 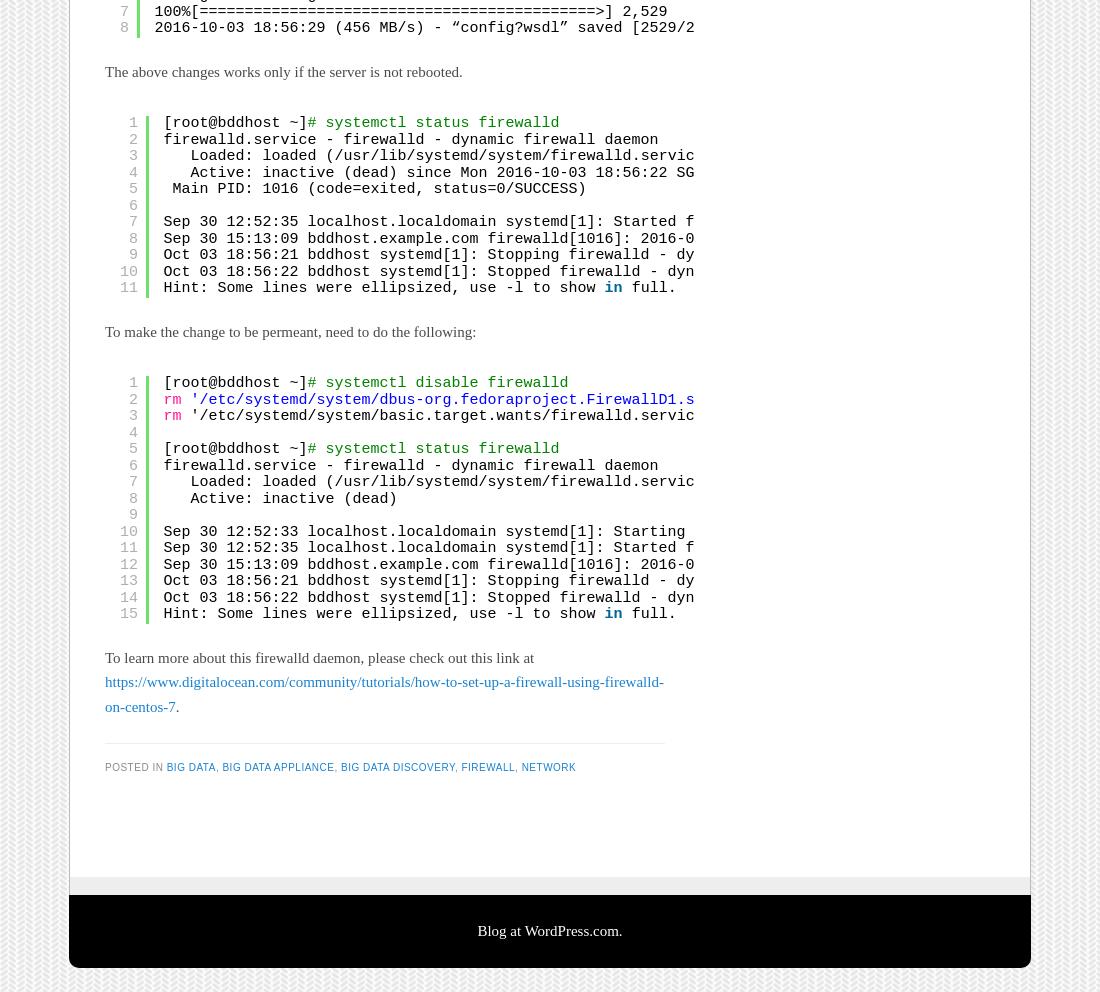 I want to click on 'To make the change to be permeant, need to do the following:', so click(x=289, y=332).